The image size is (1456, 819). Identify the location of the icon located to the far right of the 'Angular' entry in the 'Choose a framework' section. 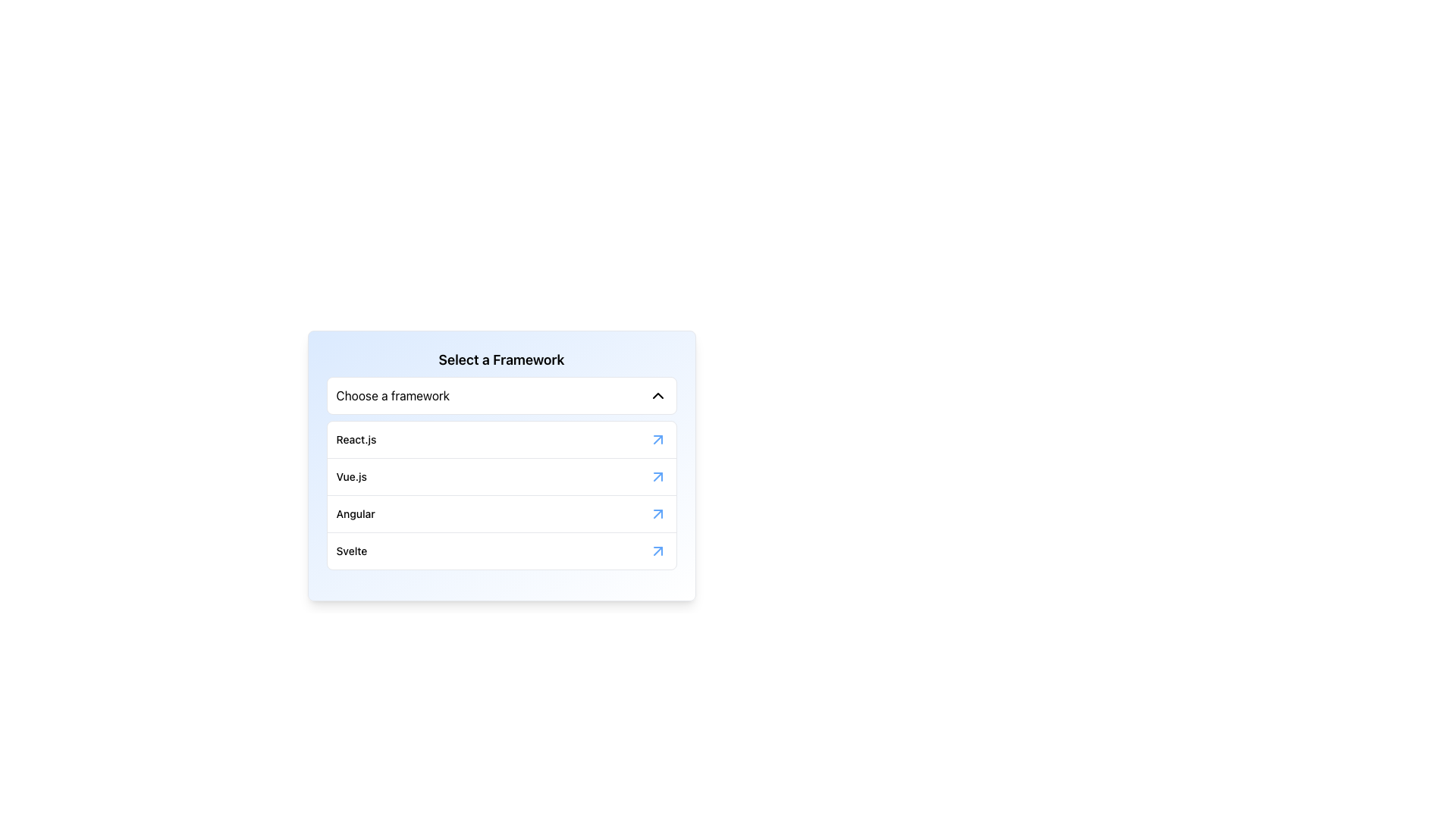
(657, 513).